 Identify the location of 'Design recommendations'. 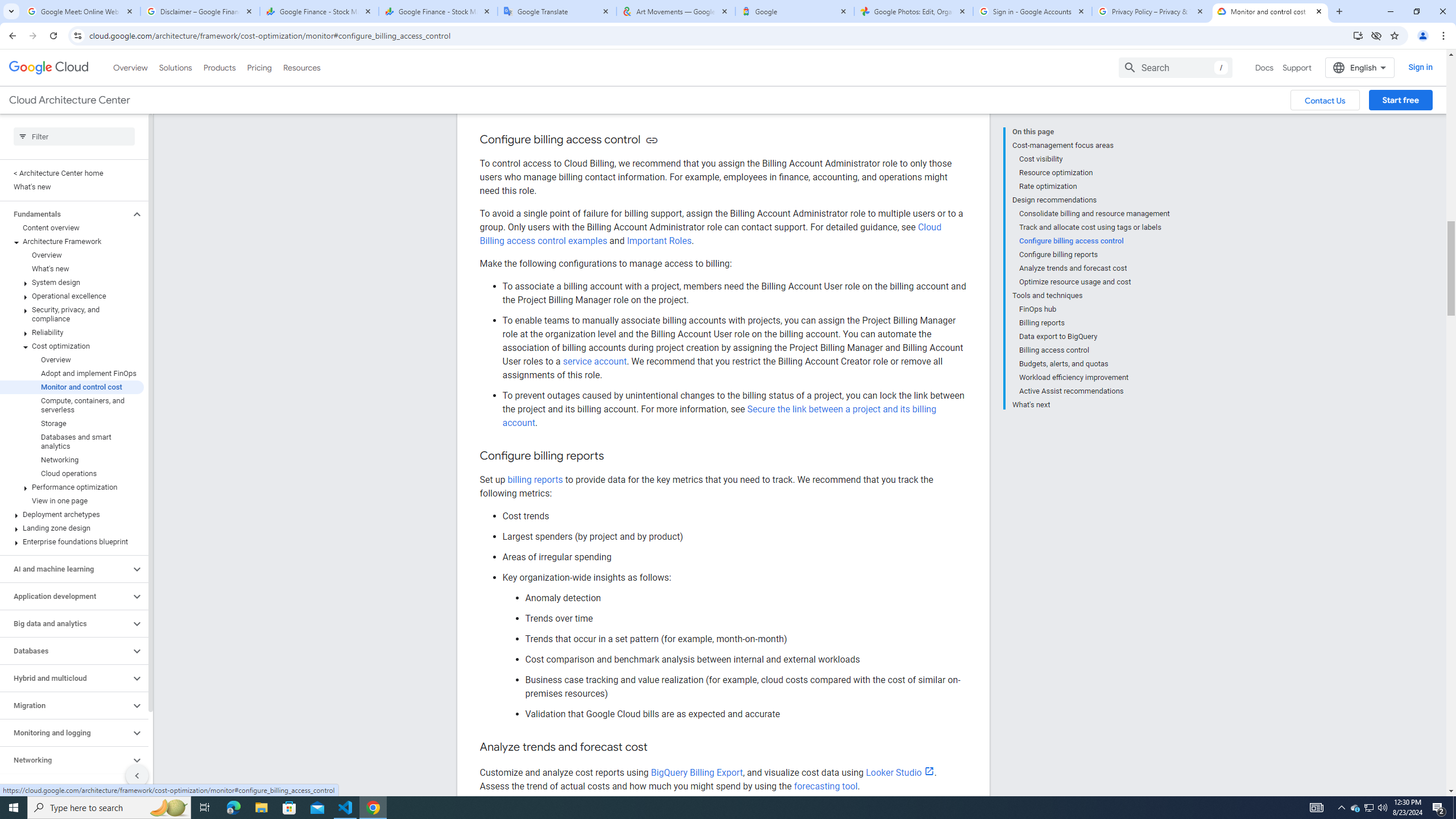
(1090, 200).